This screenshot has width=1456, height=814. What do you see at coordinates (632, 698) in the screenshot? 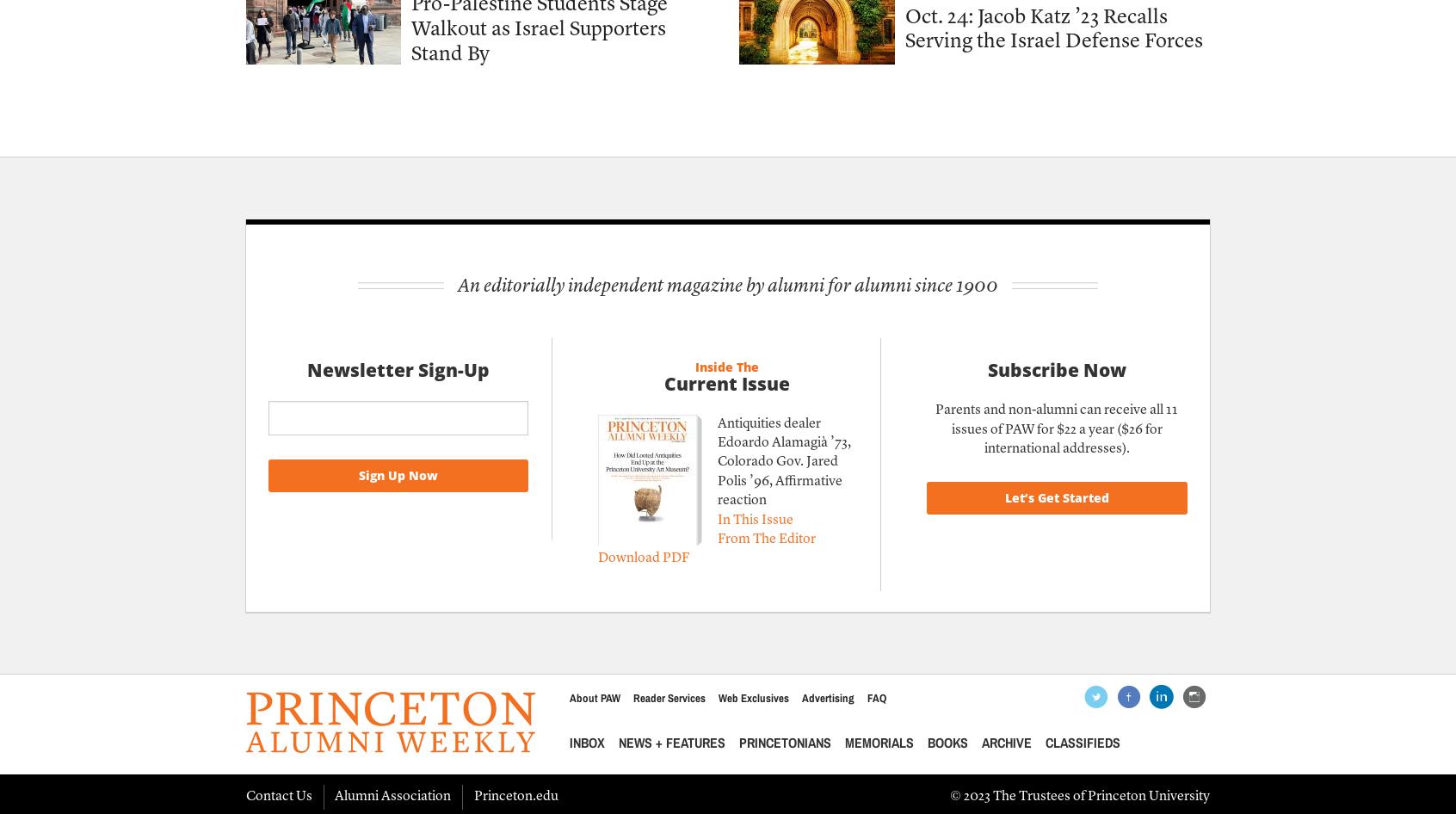
I see `'Reader Services'` at bounding box center [632, 698].